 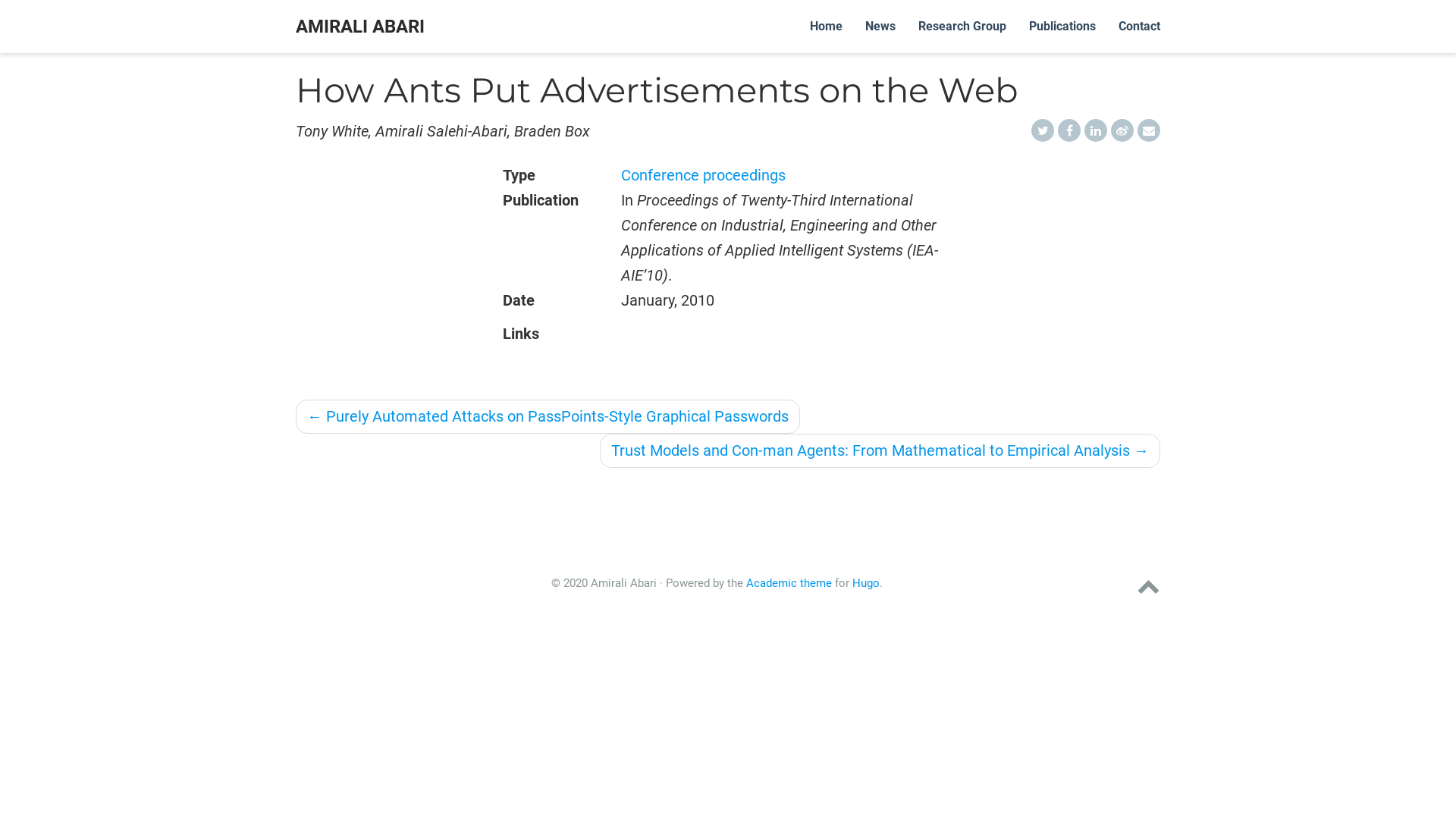 What do you see at coordinates (1139, 26) in the screenshot?
I see `'Contact'` at bounding box center [1139, 26].